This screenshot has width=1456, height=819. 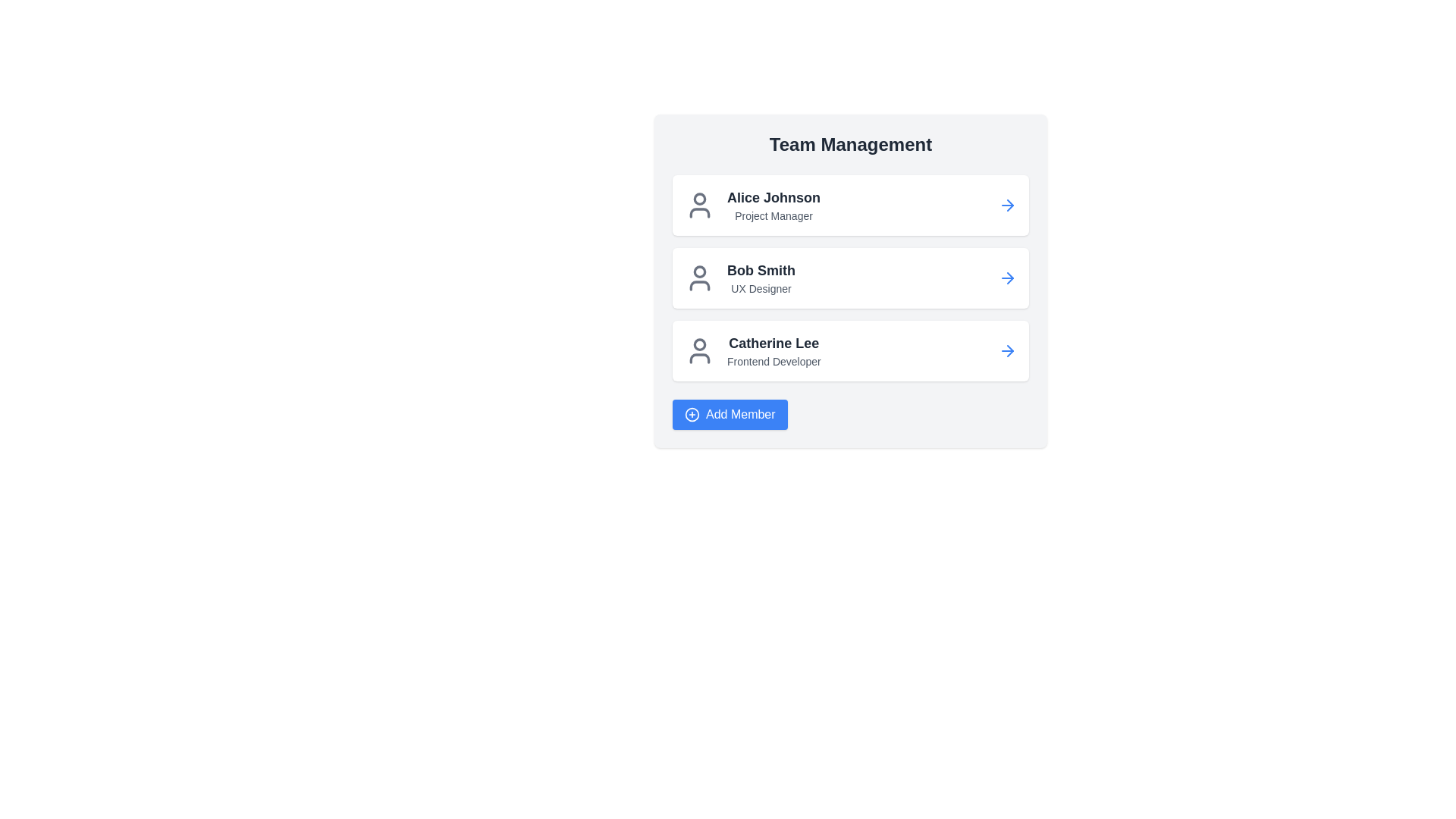 I want to click on the plus icon enclosed within a circle, which is part of the blue button labeled 'Add Member' located at the bottom section of the card interface, so click(x=691, y=415).